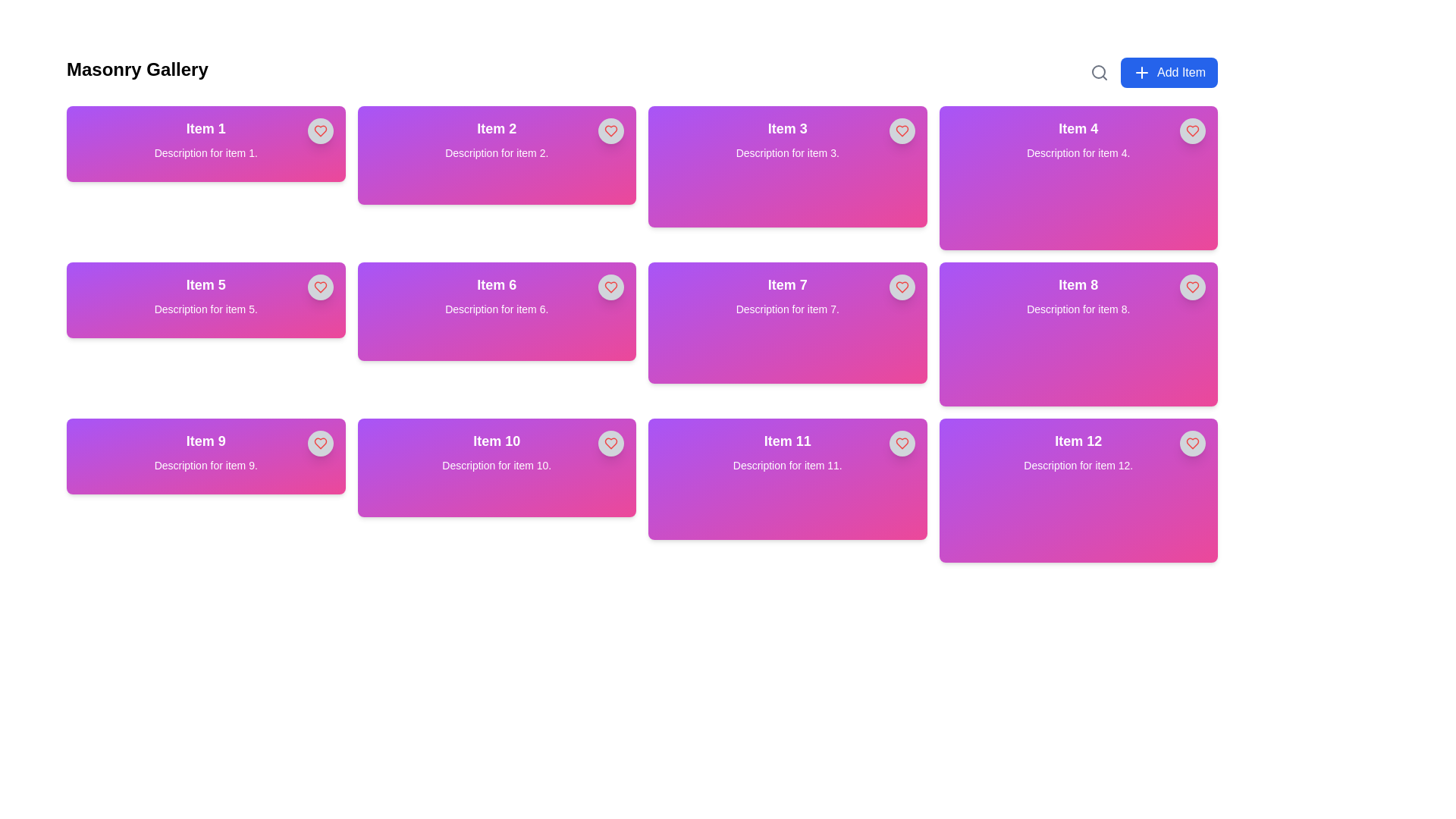 The height and width of the screenshot is (819, 1456). Describe the element at coordinates (497, 127) in the screenshot. I see `the header text label 'Item 2' which is styled with a bold font and a gradient purple to pink background at the top of the second card in the first row` at that location.